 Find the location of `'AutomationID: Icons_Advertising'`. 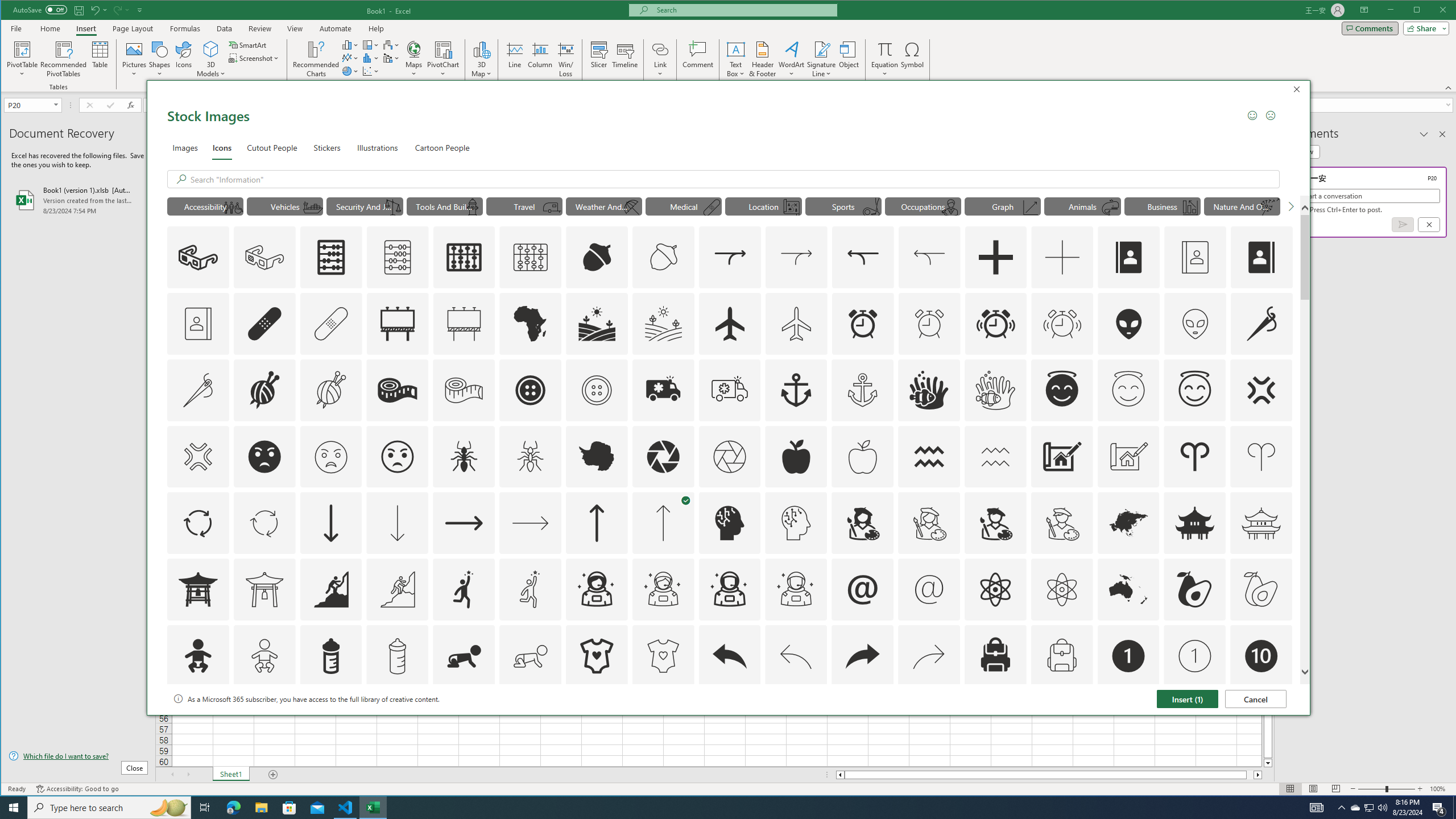

'AutomationID: Icons_Advertising' is located at coordinates (396, 322).